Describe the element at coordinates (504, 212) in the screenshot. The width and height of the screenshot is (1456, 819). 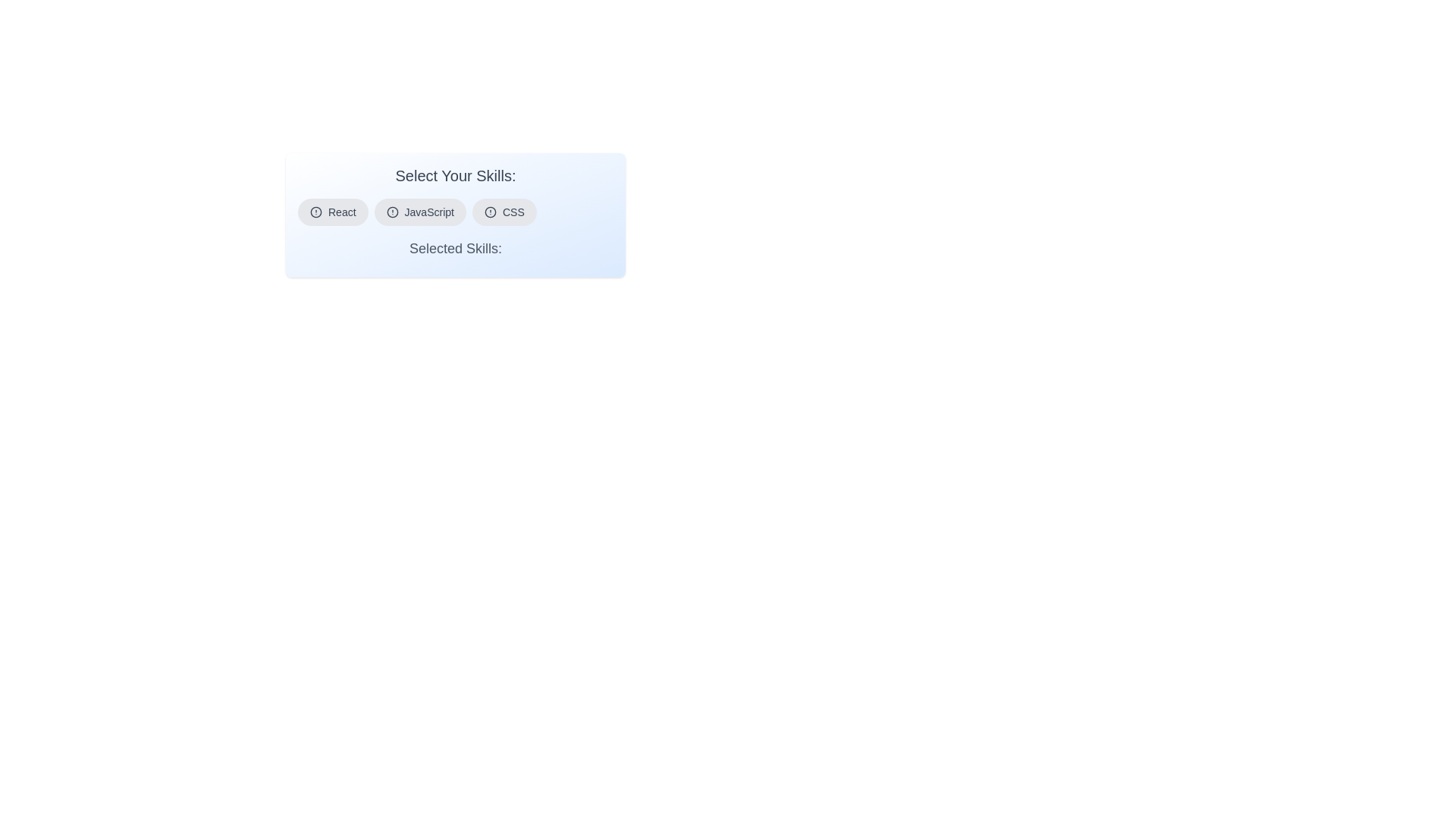
I see `the skill chip labeled CSS` at that location.